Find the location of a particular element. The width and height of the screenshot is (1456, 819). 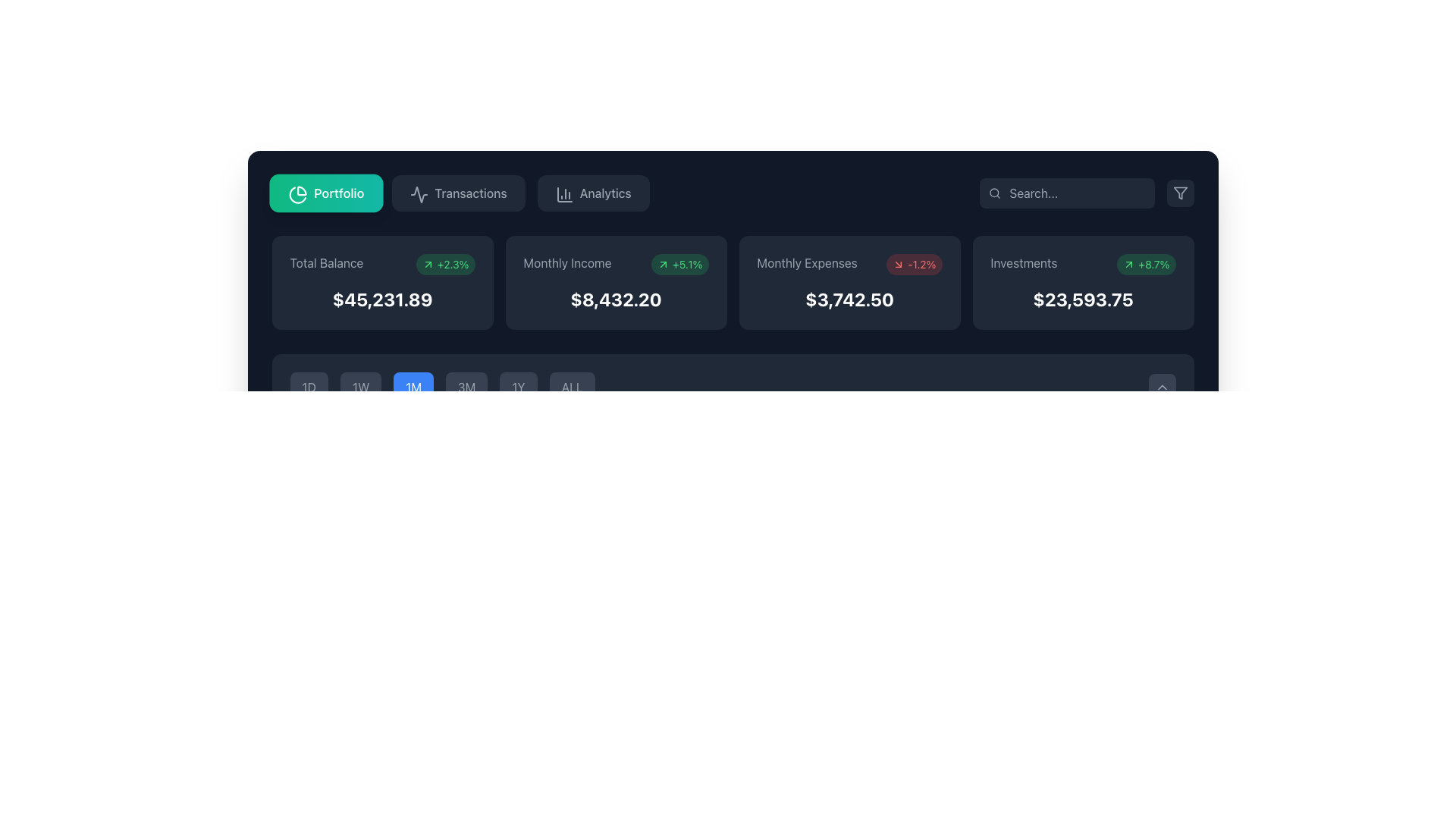

the first button in the bottom-left portion of the interface is located at coordinates (308, 386).